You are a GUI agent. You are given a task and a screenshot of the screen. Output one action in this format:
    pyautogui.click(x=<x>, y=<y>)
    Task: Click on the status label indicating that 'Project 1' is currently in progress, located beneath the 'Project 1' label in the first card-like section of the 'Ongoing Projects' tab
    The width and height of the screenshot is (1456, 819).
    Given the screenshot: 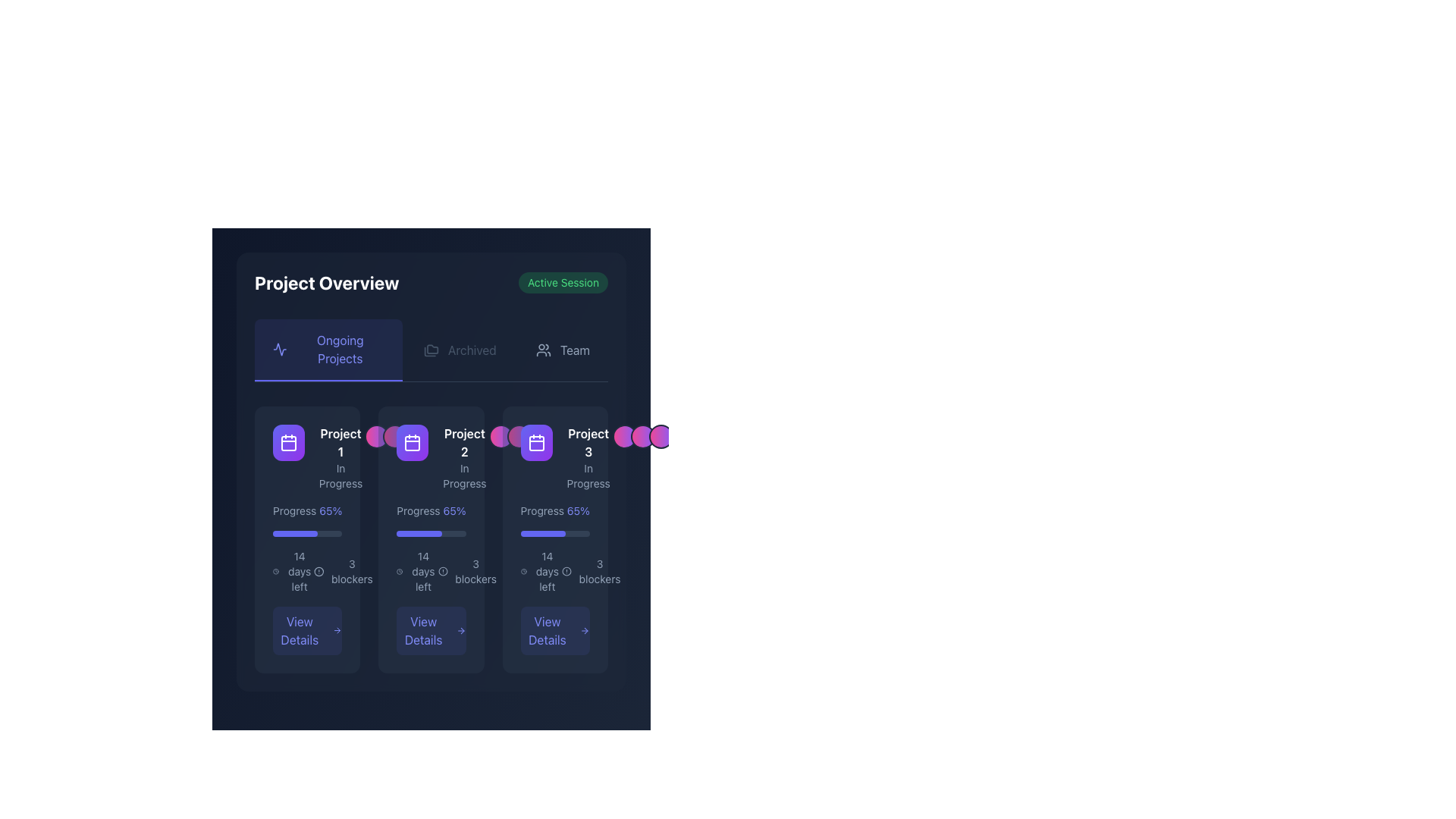 What is the action you would take?
    pyautogui.click(x=340, y=475)
    